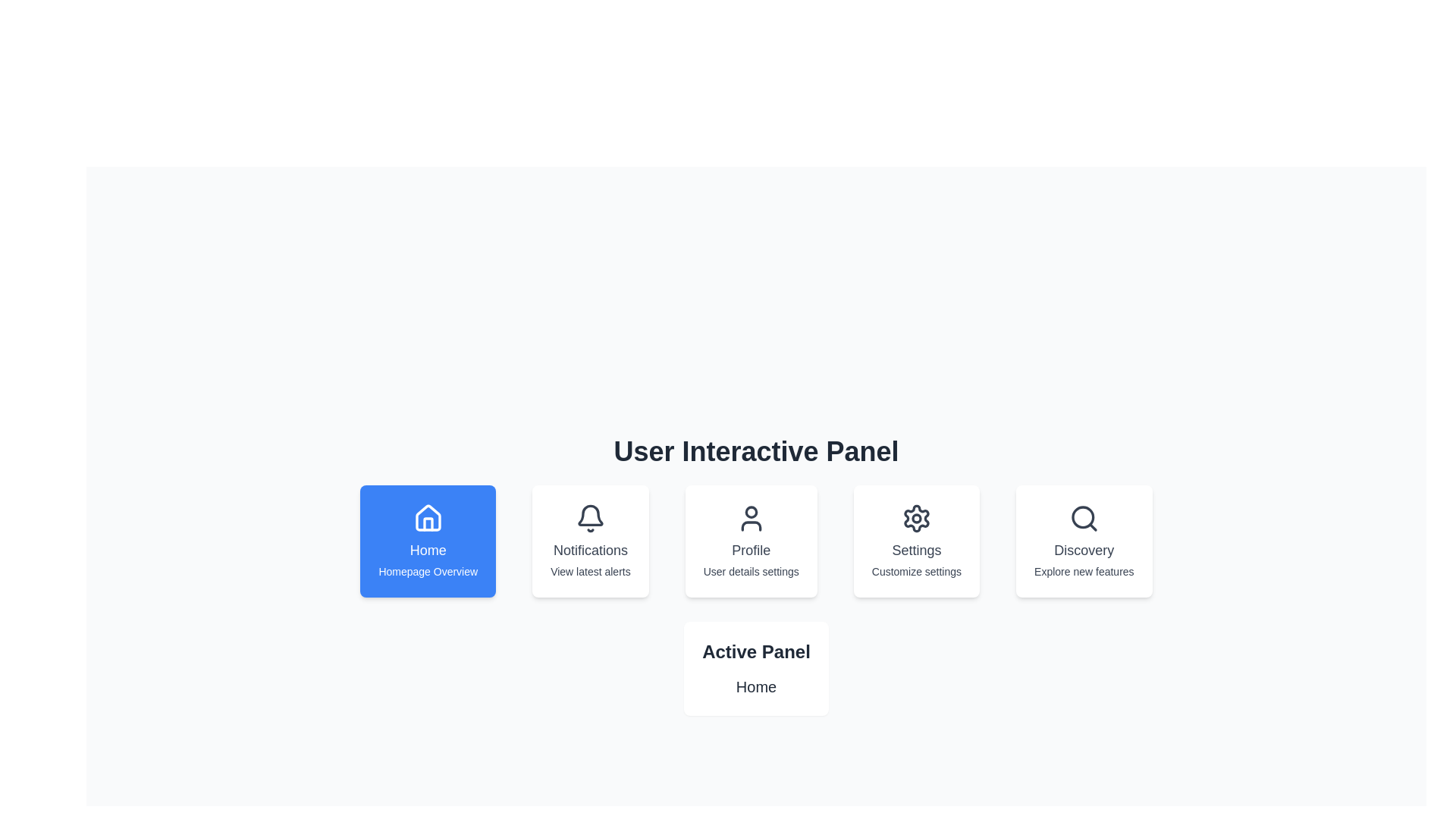 The width and height of the screenshot is (1456, 819). Describe the element at coordinates (915, 517) in the screenshot. I see `the gear-shaped settings icon located within the 'Settings' card` at that location.